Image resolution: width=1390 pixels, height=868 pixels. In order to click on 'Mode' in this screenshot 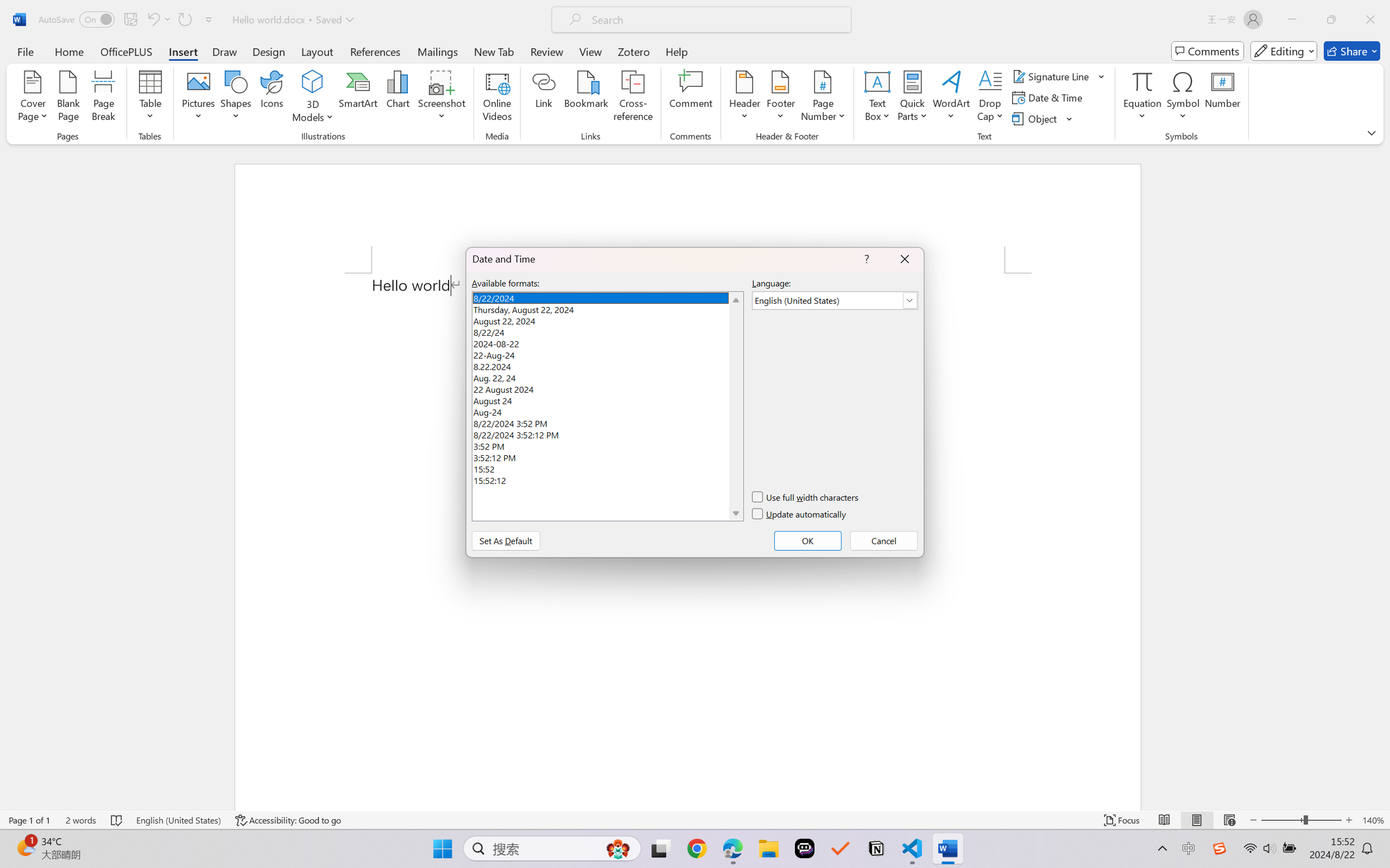, I will do `click(1284, 51)`.